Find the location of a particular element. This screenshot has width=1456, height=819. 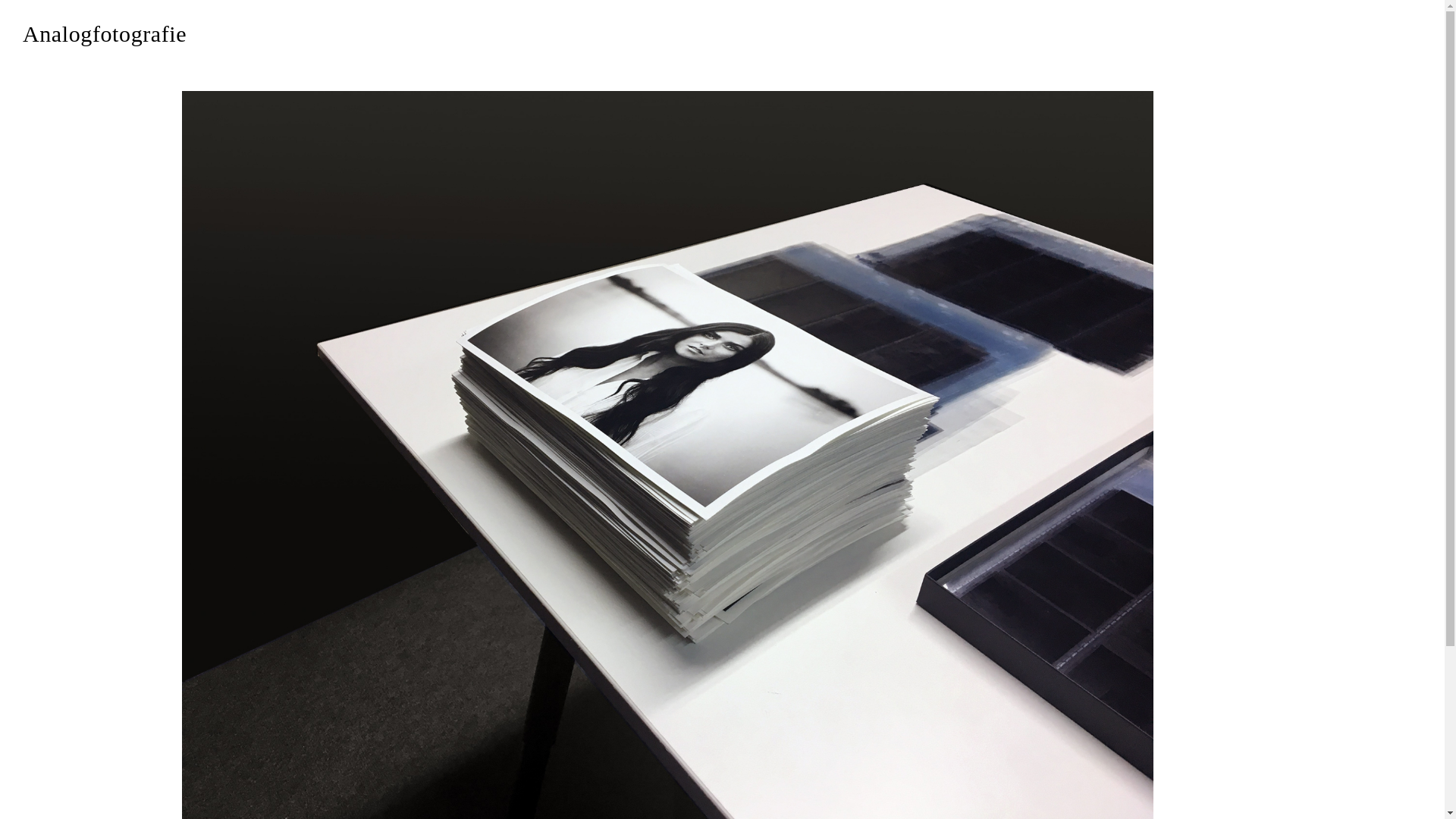

'Analogfotografie' is located at coordinates (104, 34).